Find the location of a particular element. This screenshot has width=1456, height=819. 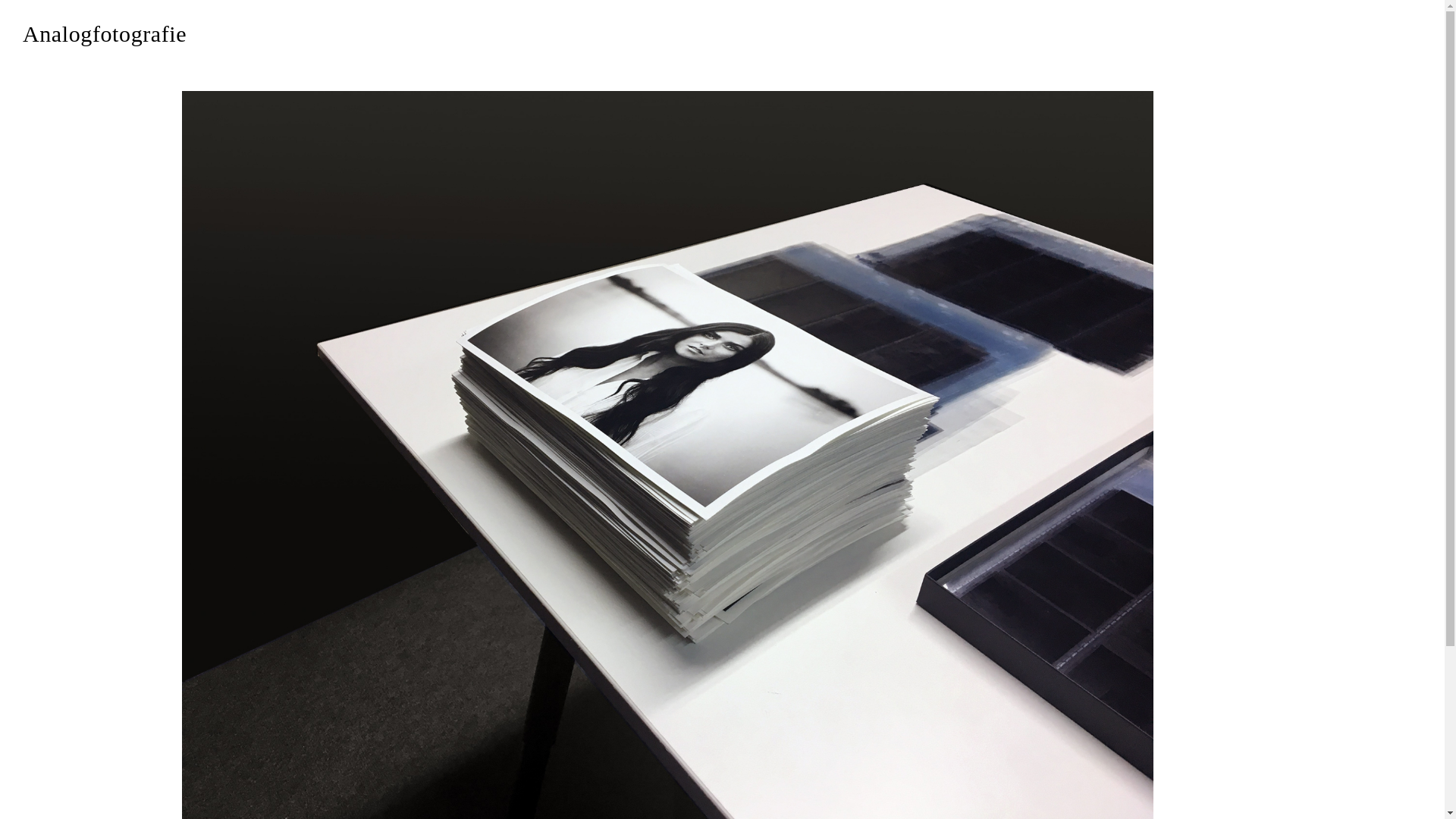

'Analogfotografie' is located at coordinates (104, 34).